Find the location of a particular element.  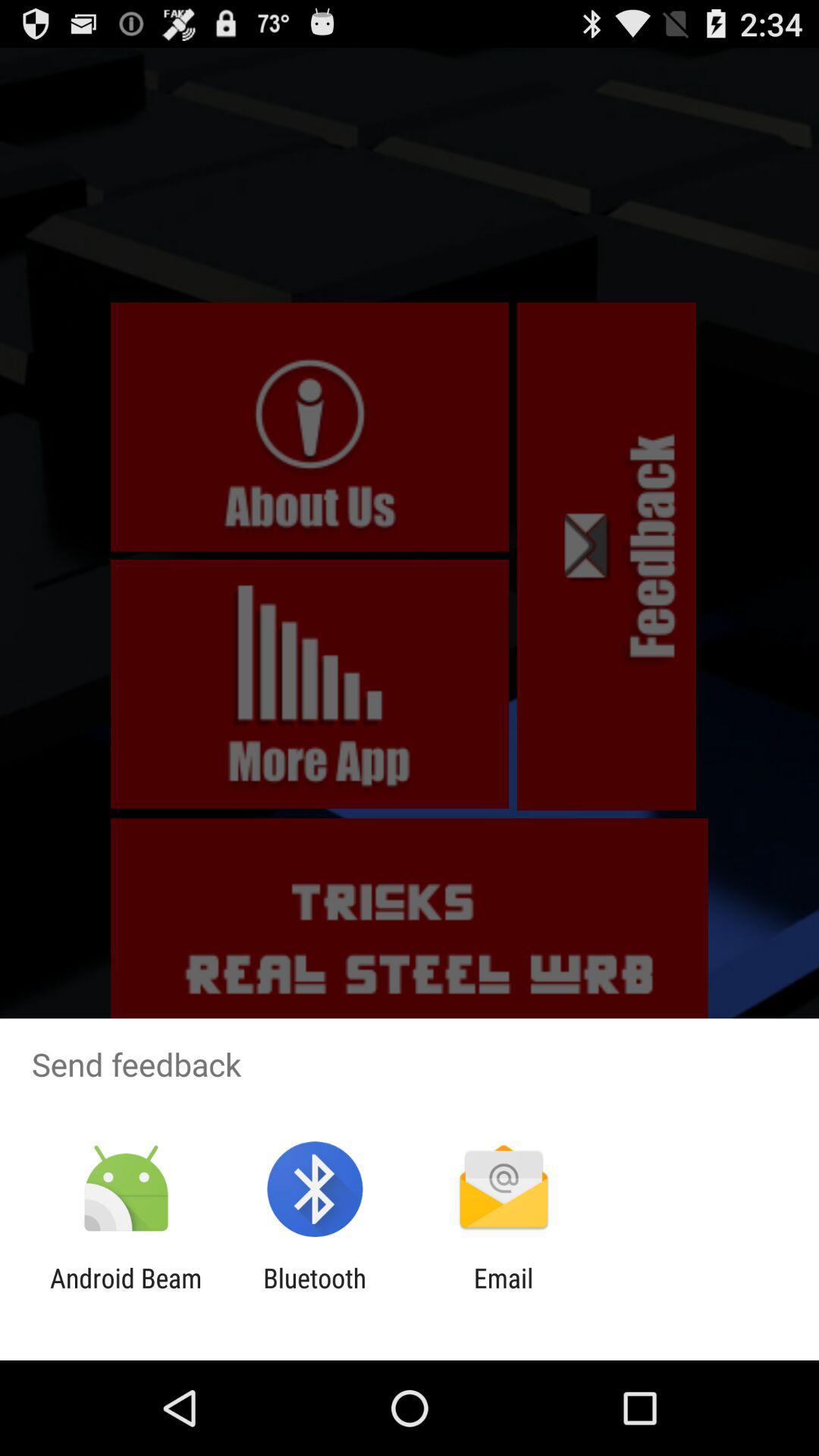

icon next to android beam item is located at coordinates (314, 1293).